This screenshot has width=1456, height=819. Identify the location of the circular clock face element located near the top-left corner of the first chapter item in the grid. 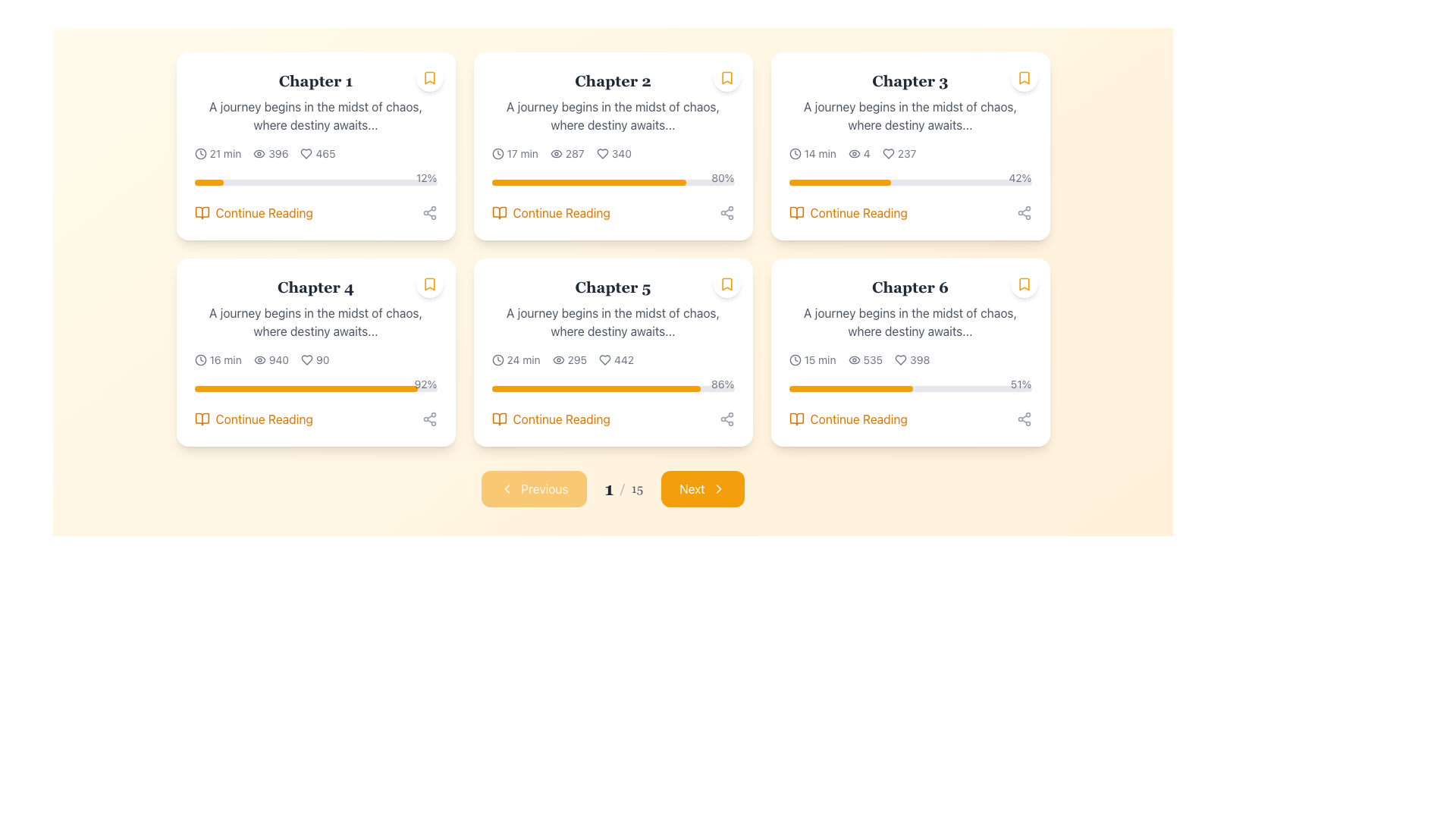
(199, 154).